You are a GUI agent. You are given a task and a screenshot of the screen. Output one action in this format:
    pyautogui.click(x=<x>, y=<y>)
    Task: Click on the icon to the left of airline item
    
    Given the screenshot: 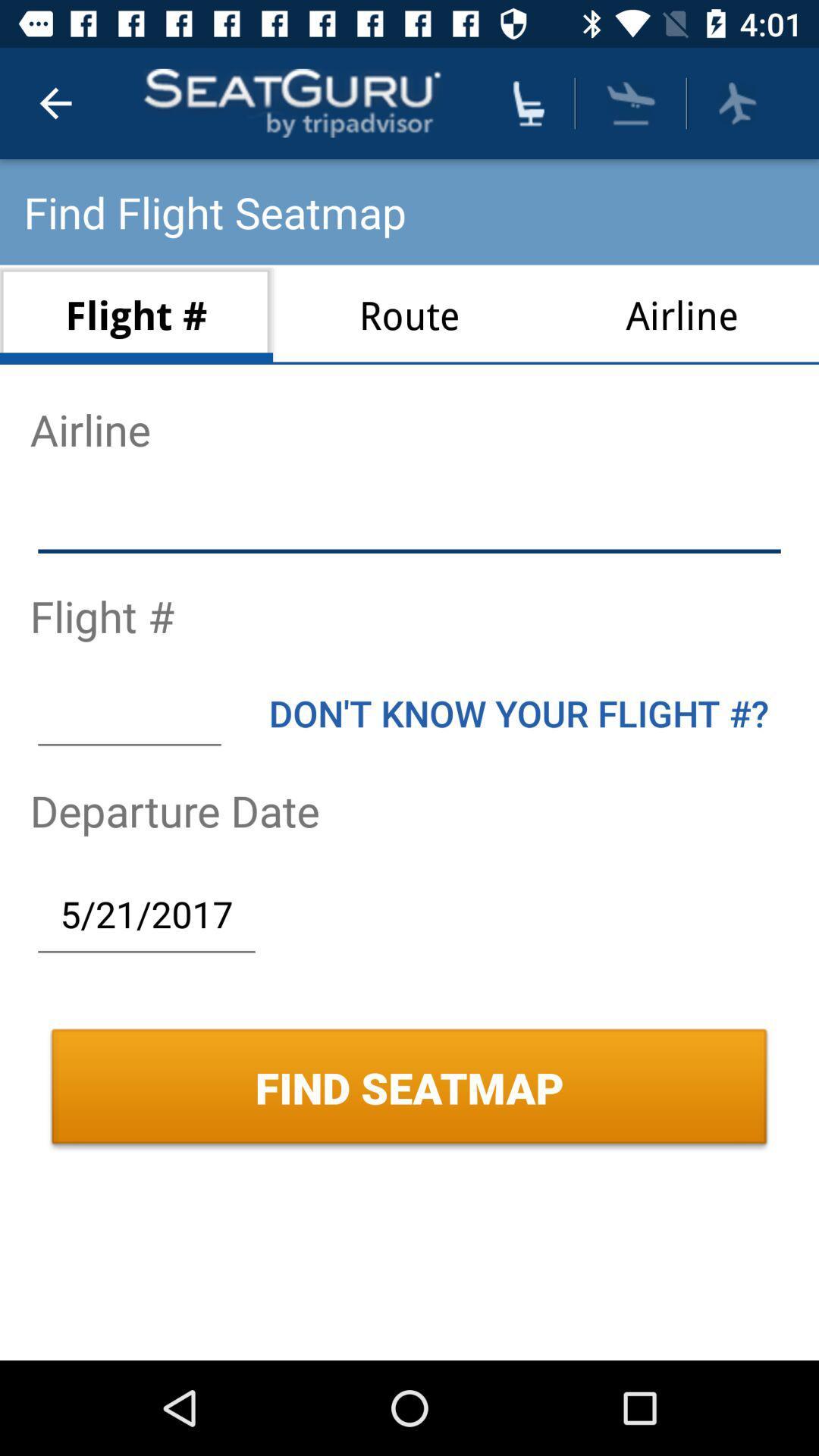 What is the action you would take?
    pyautogui.click(x=409, y=314)
    